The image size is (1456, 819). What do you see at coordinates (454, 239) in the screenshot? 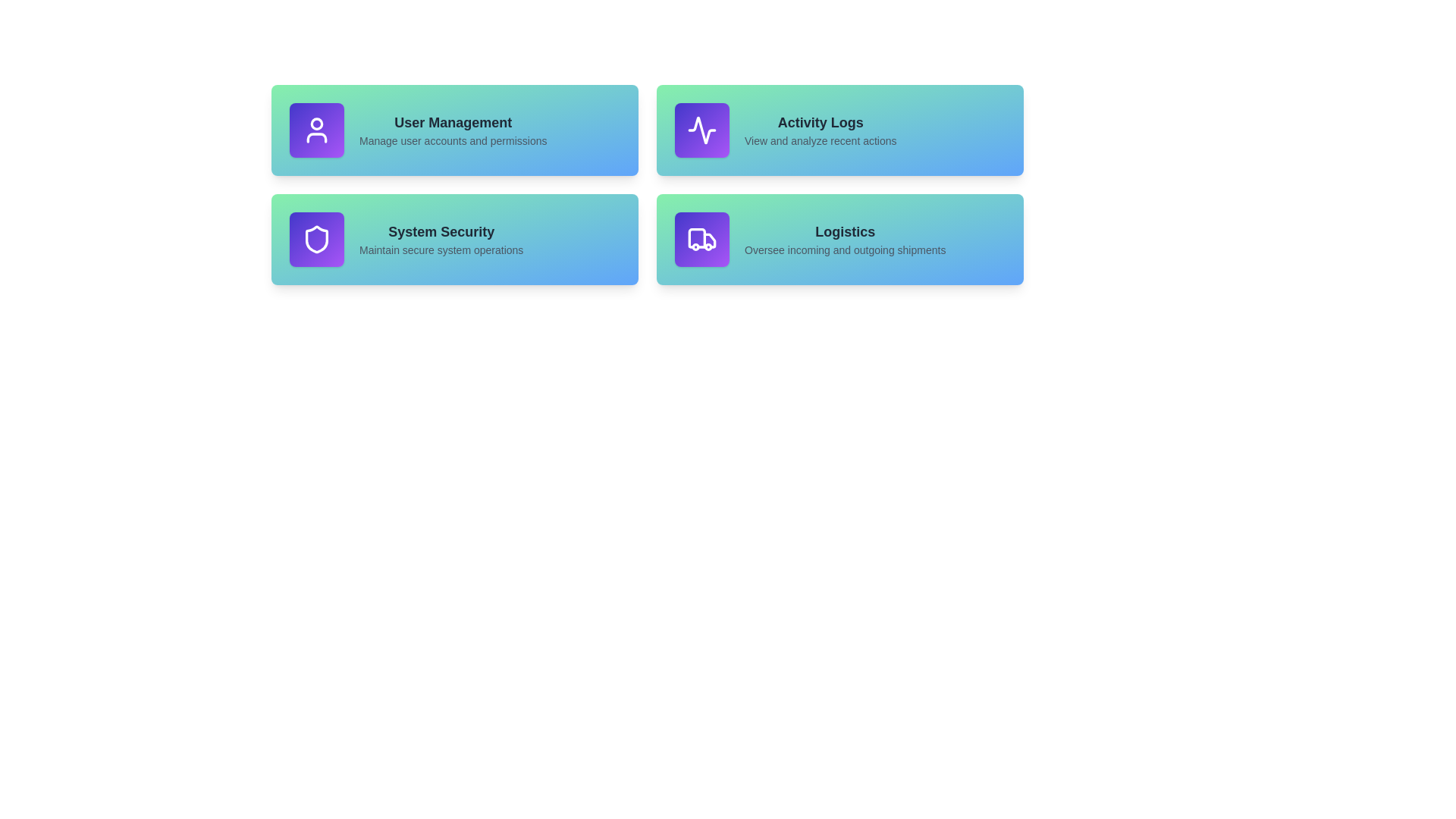
I see `the System Security section to explore its functionality` at bounding box center [454, 239].